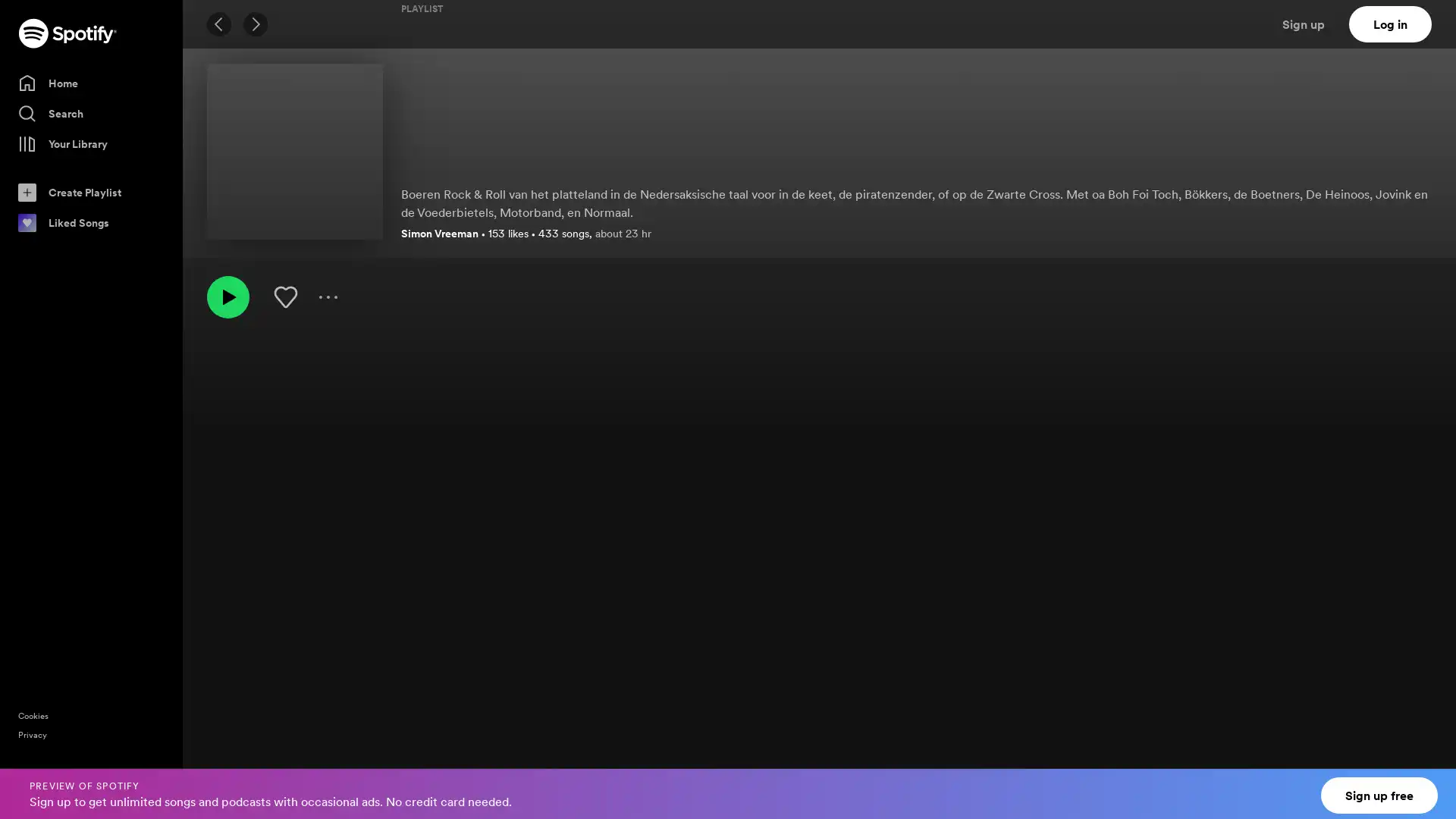 The image size is (1456, 819). I want to click on Play Olde Keerl by Bennie Jolink, so click(225, 652).